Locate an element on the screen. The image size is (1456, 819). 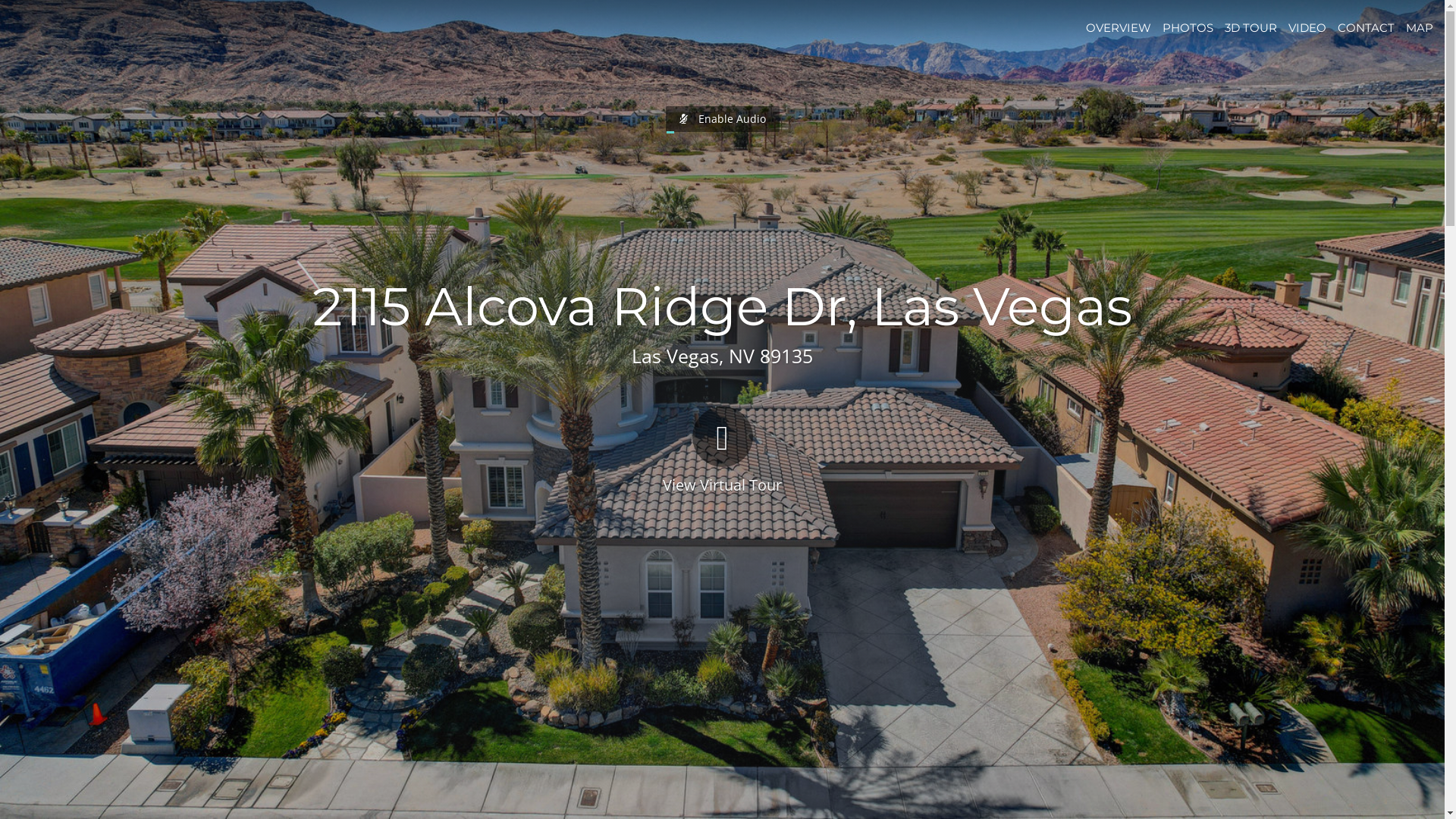
'CONTACT' is located at coordinates (1366, 27).